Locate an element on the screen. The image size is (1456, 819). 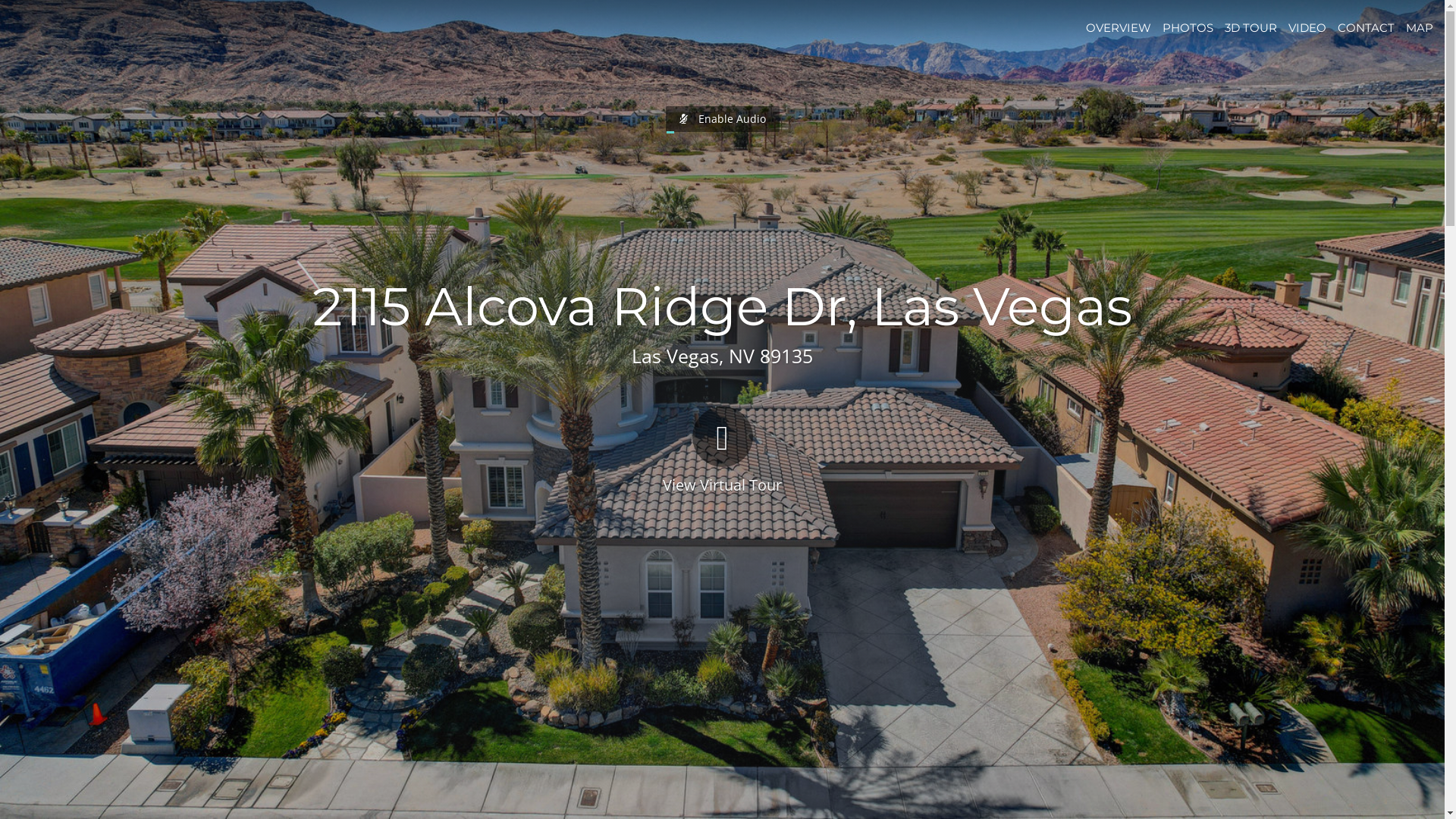
'CONTACT' is located at coordinates (1366, 27).